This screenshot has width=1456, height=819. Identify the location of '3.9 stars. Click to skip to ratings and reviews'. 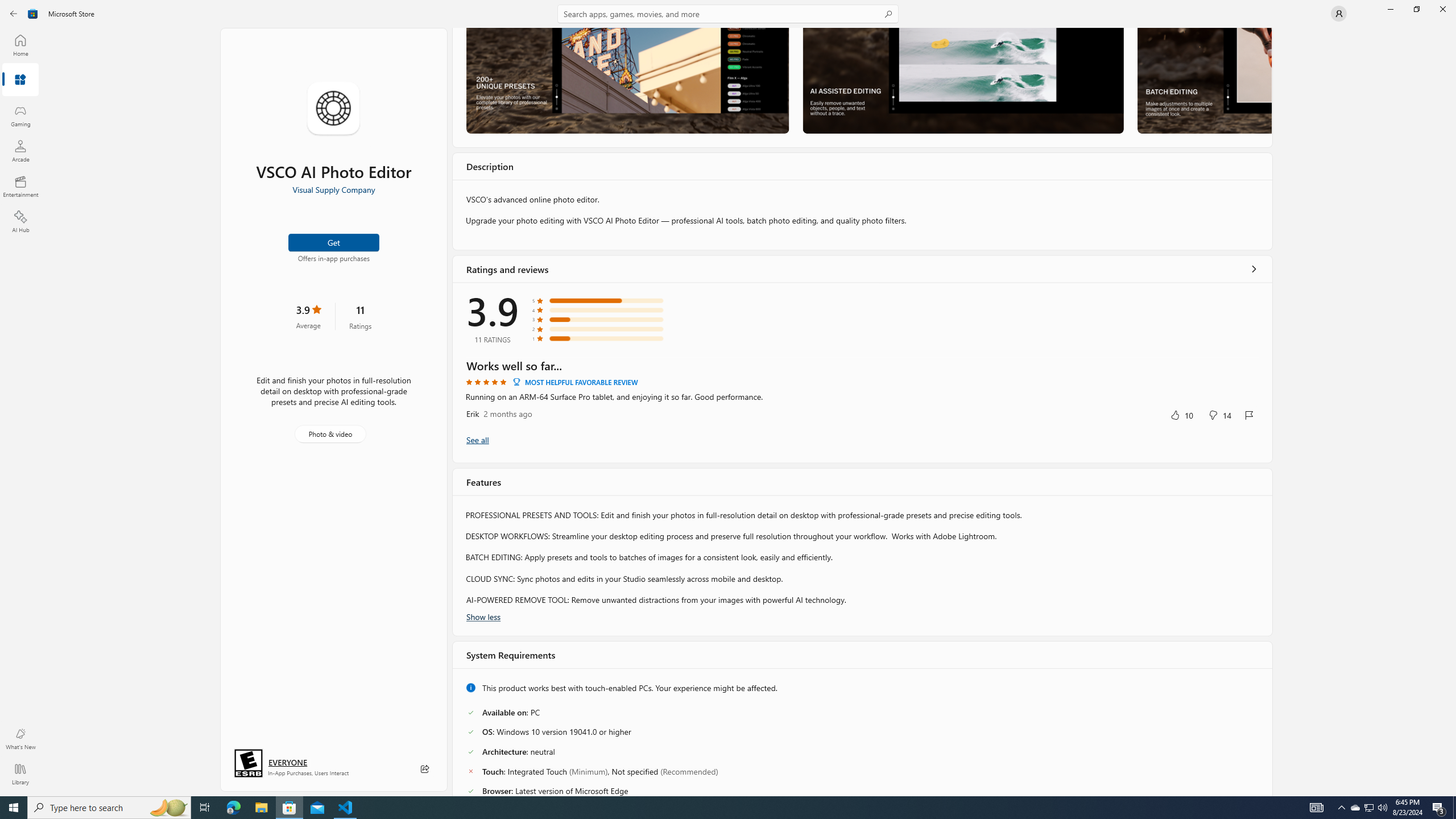
(308, 316).